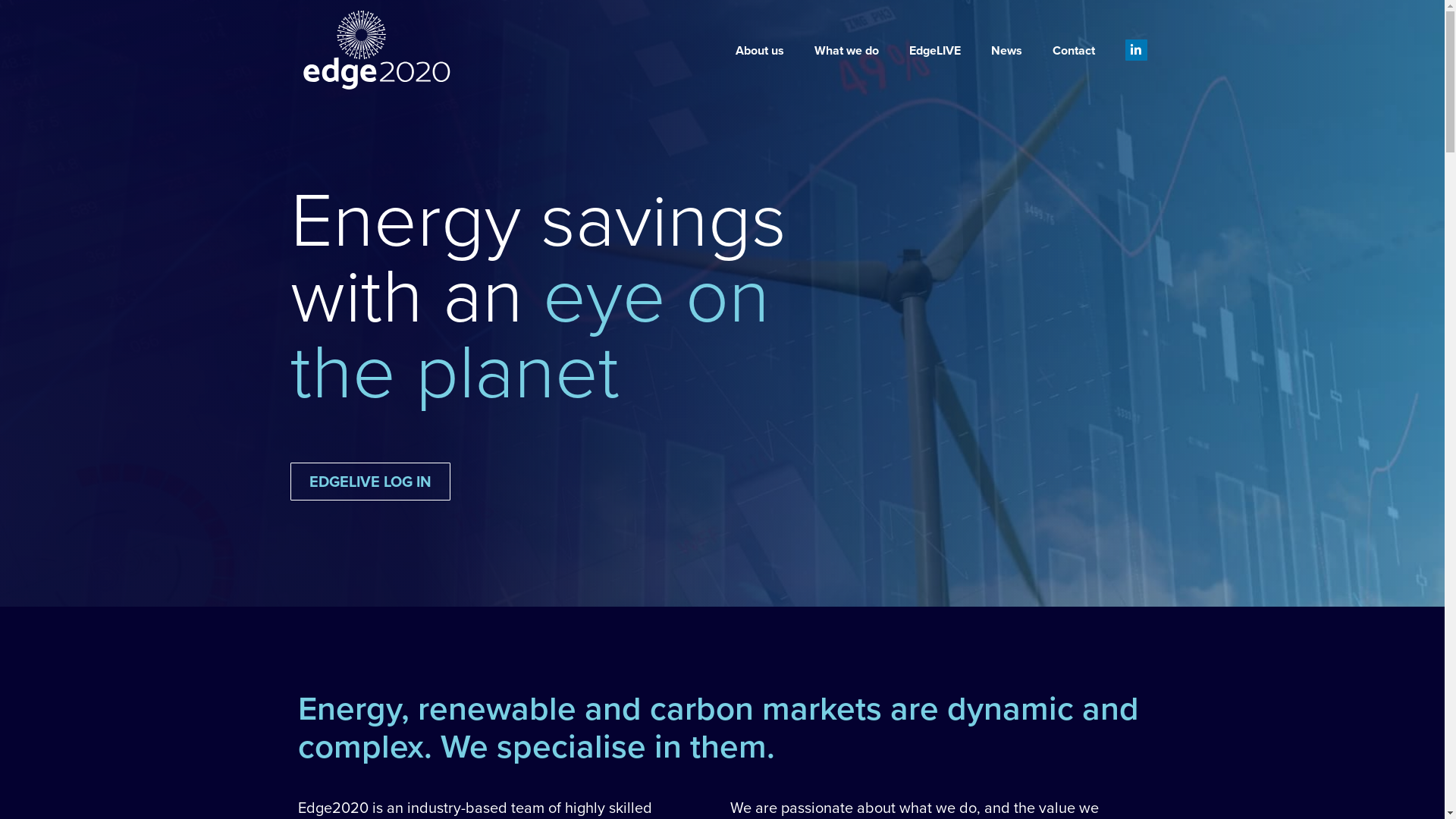 The width and height of the screenshot is (1456, 819). Describe the element at coordinates (1006, 49) in the screenshot. I see `'News'` at that location.